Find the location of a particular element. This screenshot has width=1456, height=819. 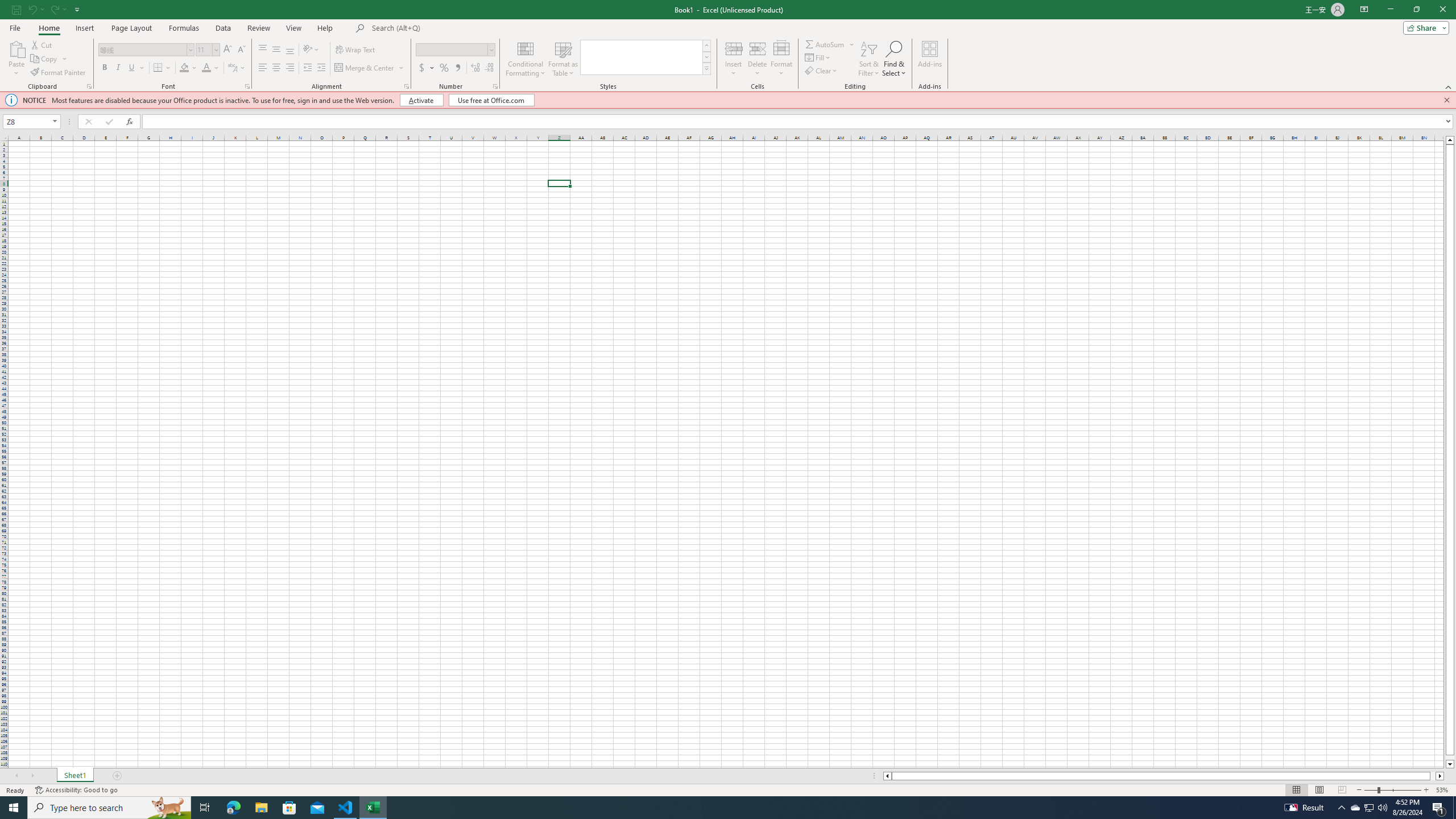

'Cell Styles' is located at coordinates (705, 68).